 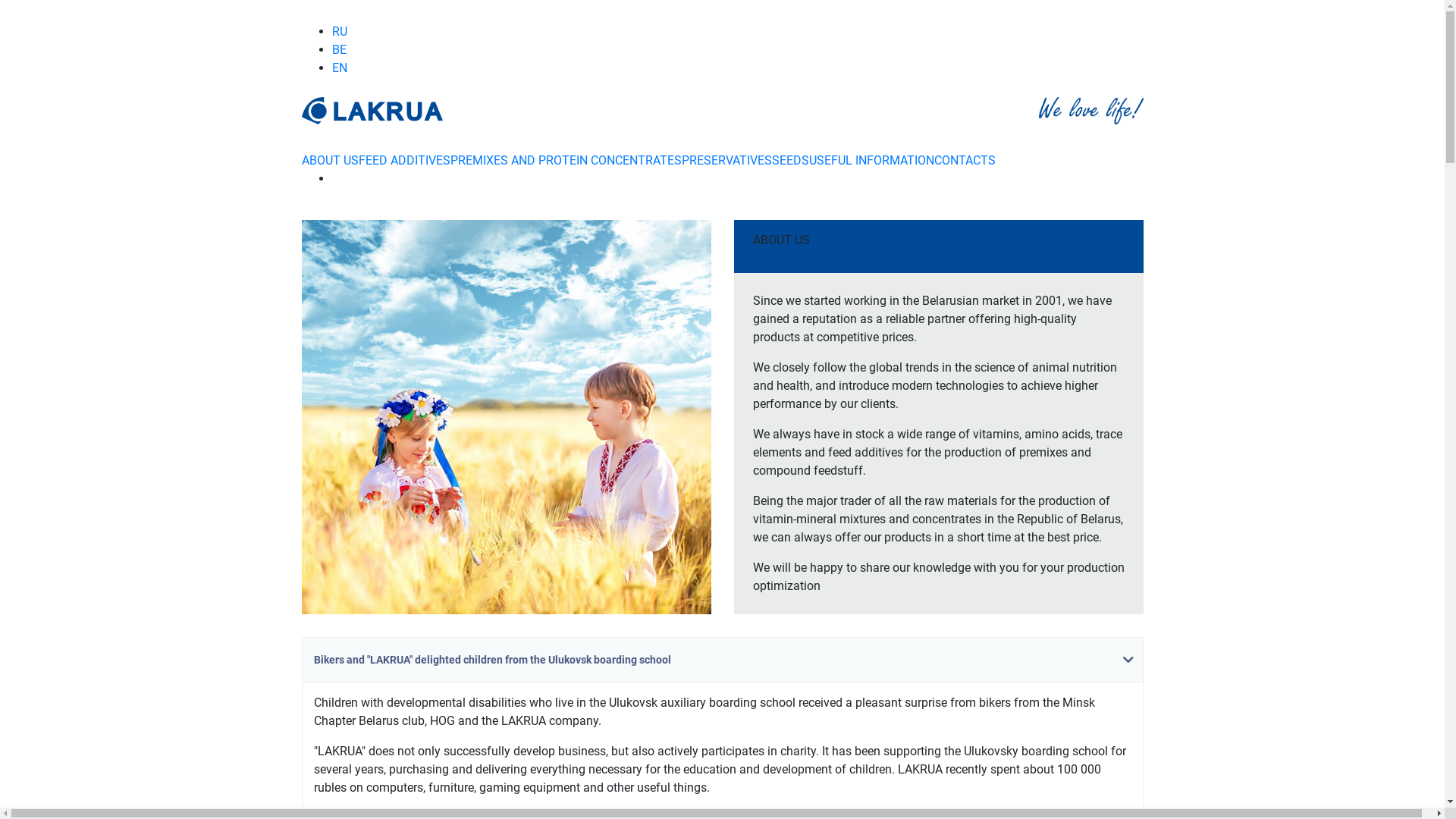 What do you see at coordinates (771, 160) in the screenshot?
I see `'SEEDS'` at bounding box center [771, 160].